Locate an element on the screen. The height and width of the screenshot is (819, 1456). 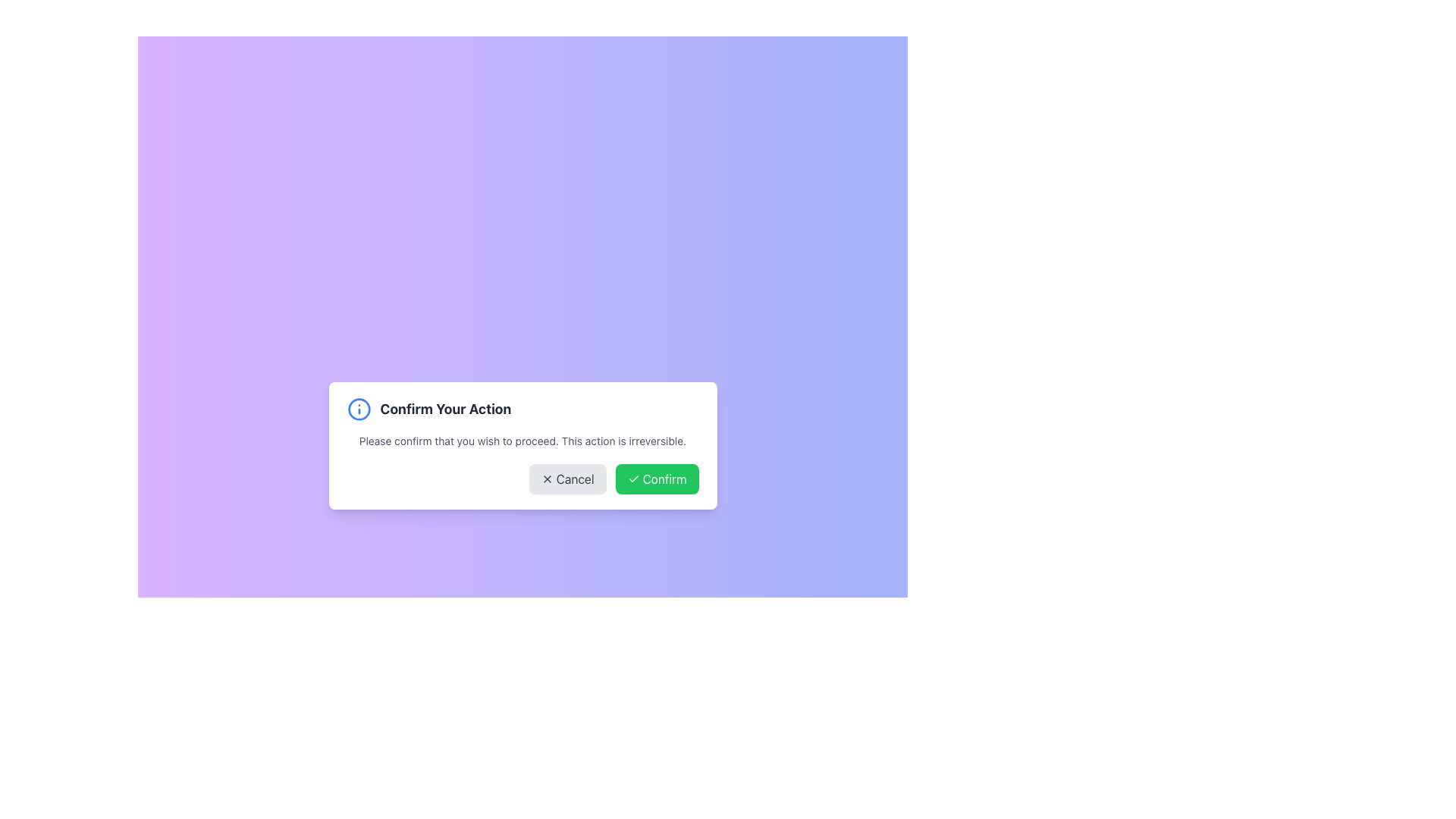
the 'Cancel' button by targeting the small 'X' icon located to the left of the 'Cancel' text is located at coordinates (546, 479).